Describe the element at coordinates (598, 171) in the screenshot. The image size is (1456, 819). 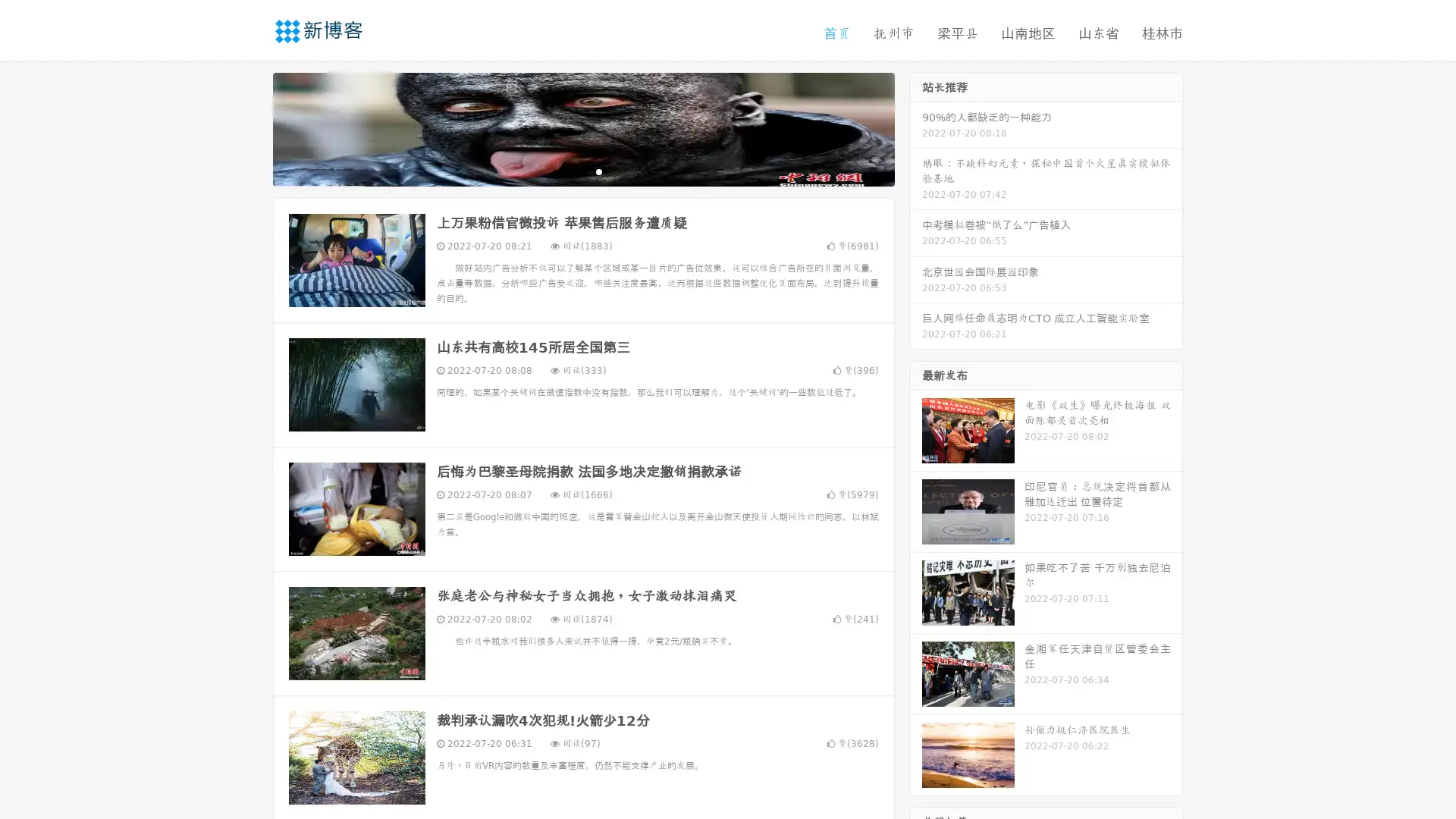
I see `Go to slide 3` at that location.